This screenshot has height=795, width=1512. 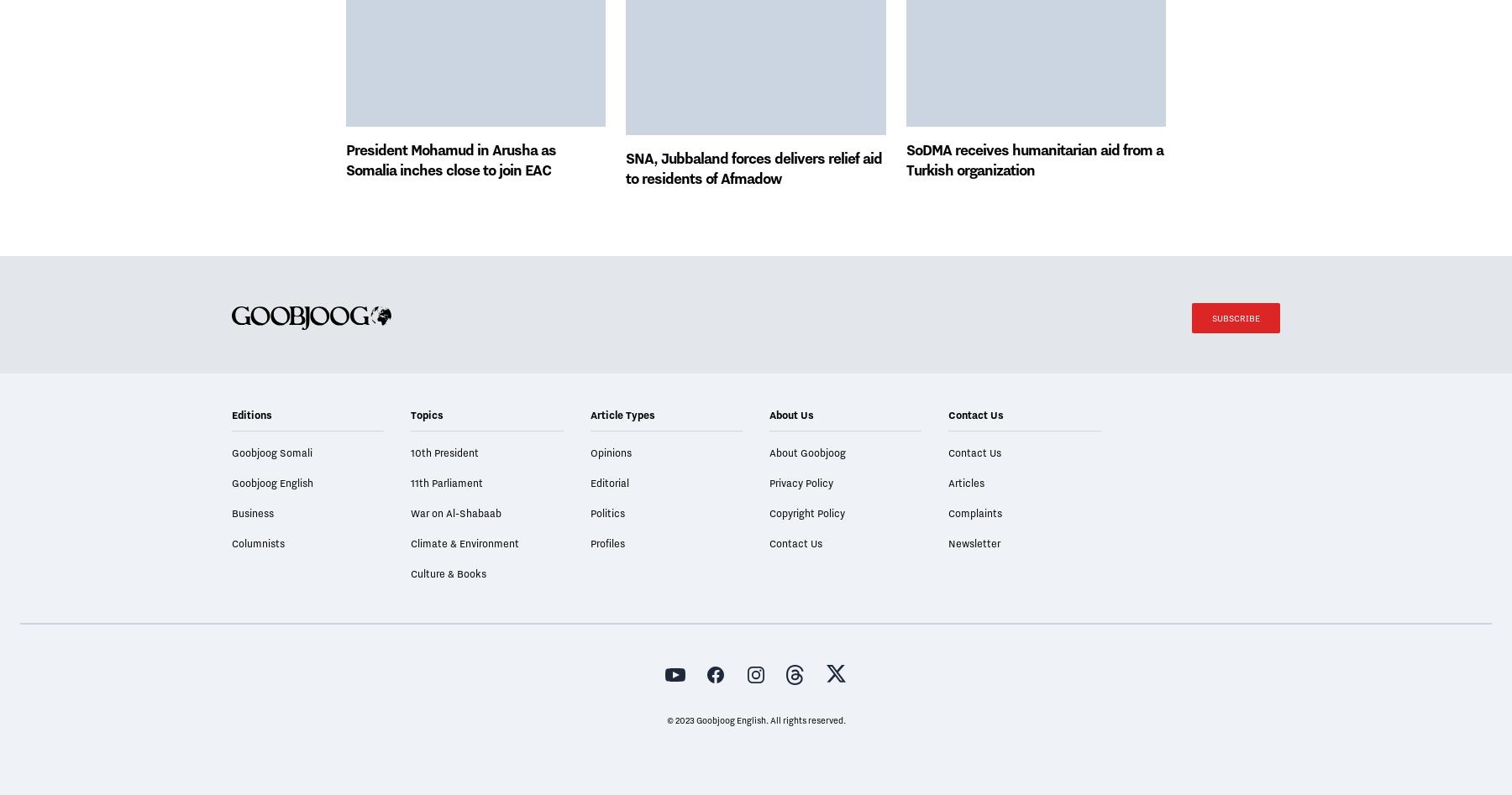 What do you see at coordinates (1236, 364) in the screenshot?
I see `'Subscribe'` at bounding box center [1236, 364].